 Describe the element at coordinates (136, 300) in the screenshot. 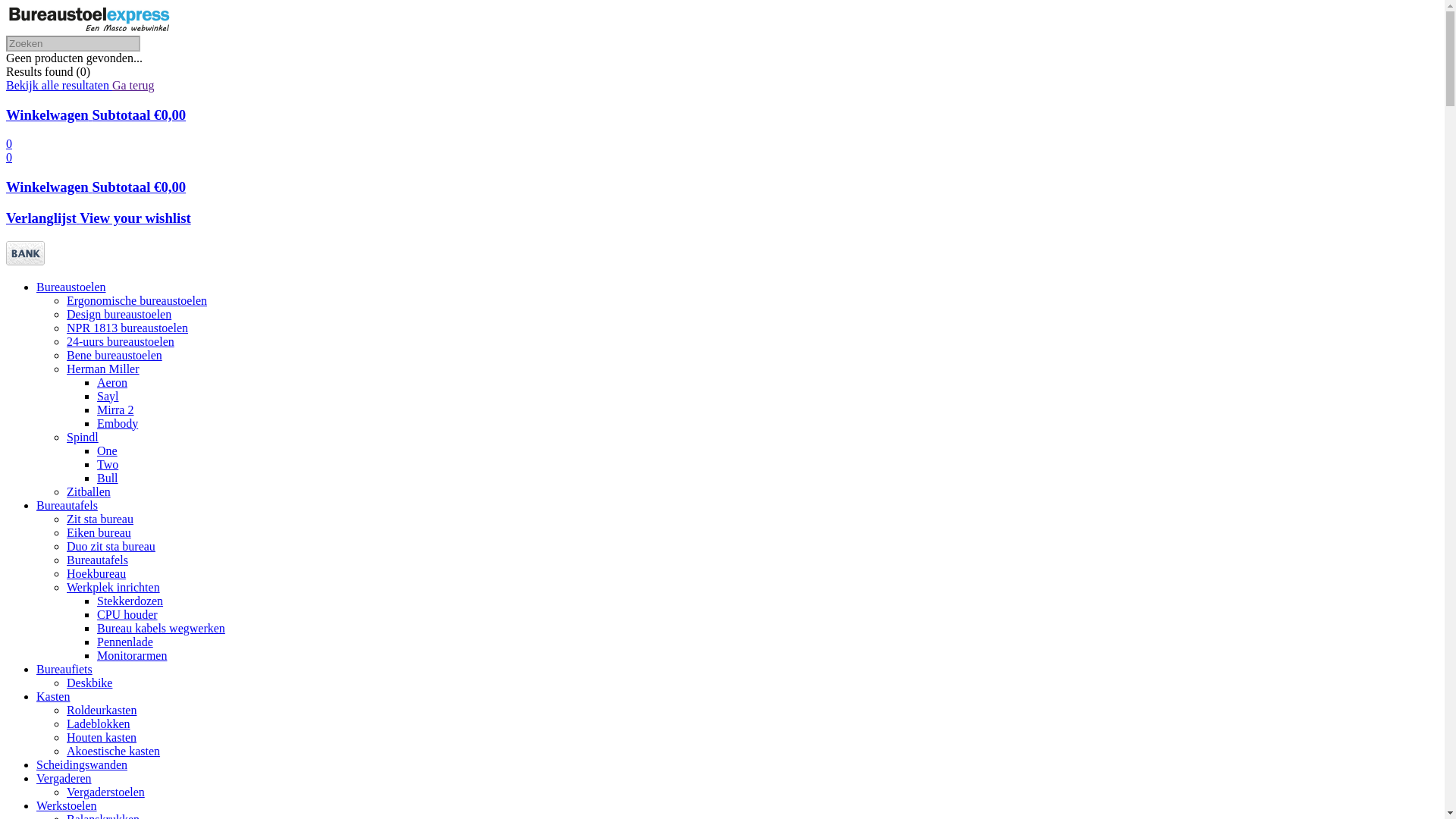

I see `'Ergonomische bureaustoelen'` at that location.